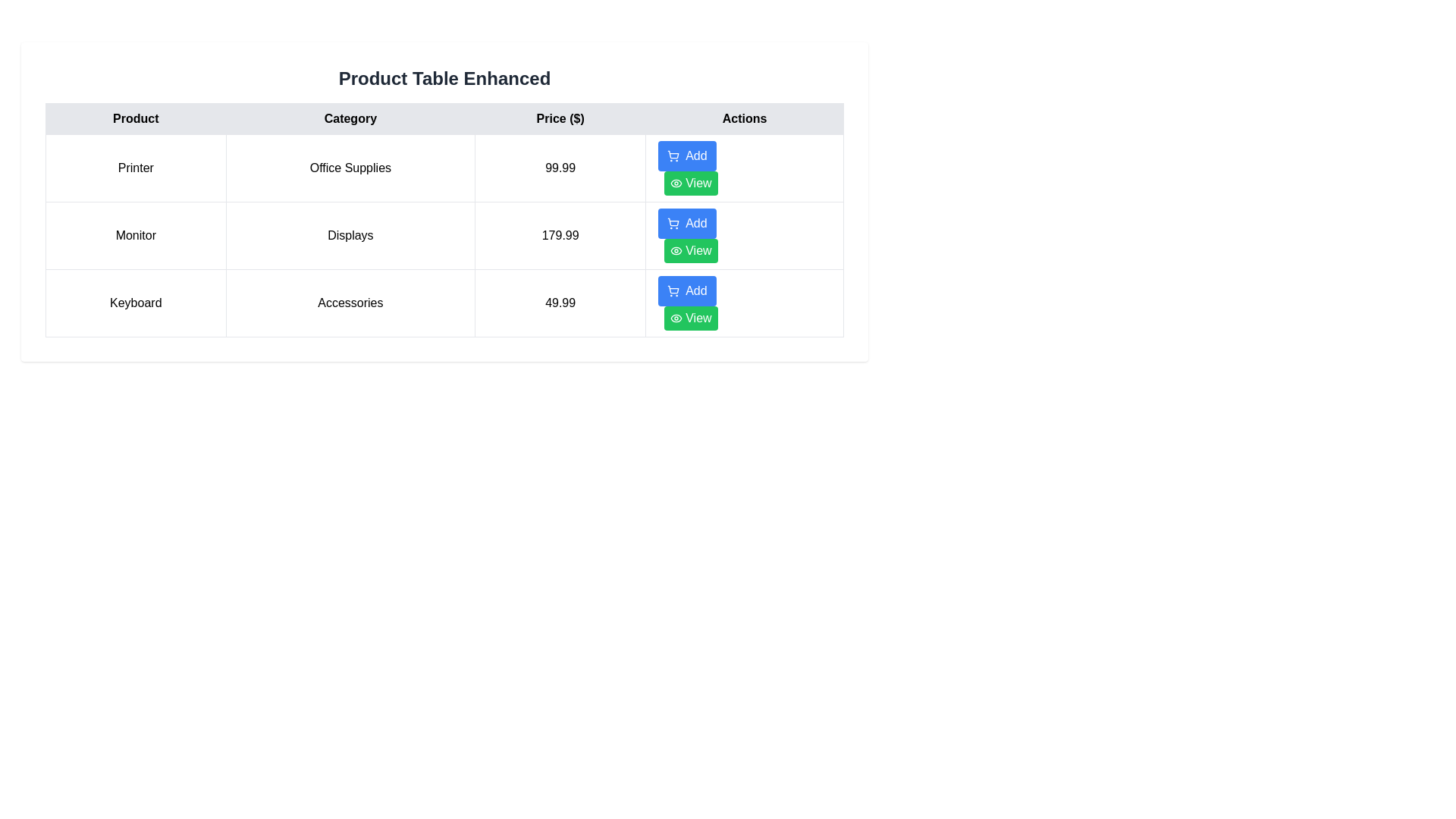 The image size is (1456, 819). What do you see at coordinates (560, 236) in the screenshot?
I see `the static text element displaying the price of the 'Monitor' product, located in the third column of the table under the 'Price ($)' header` at bounding box center [560, 236].